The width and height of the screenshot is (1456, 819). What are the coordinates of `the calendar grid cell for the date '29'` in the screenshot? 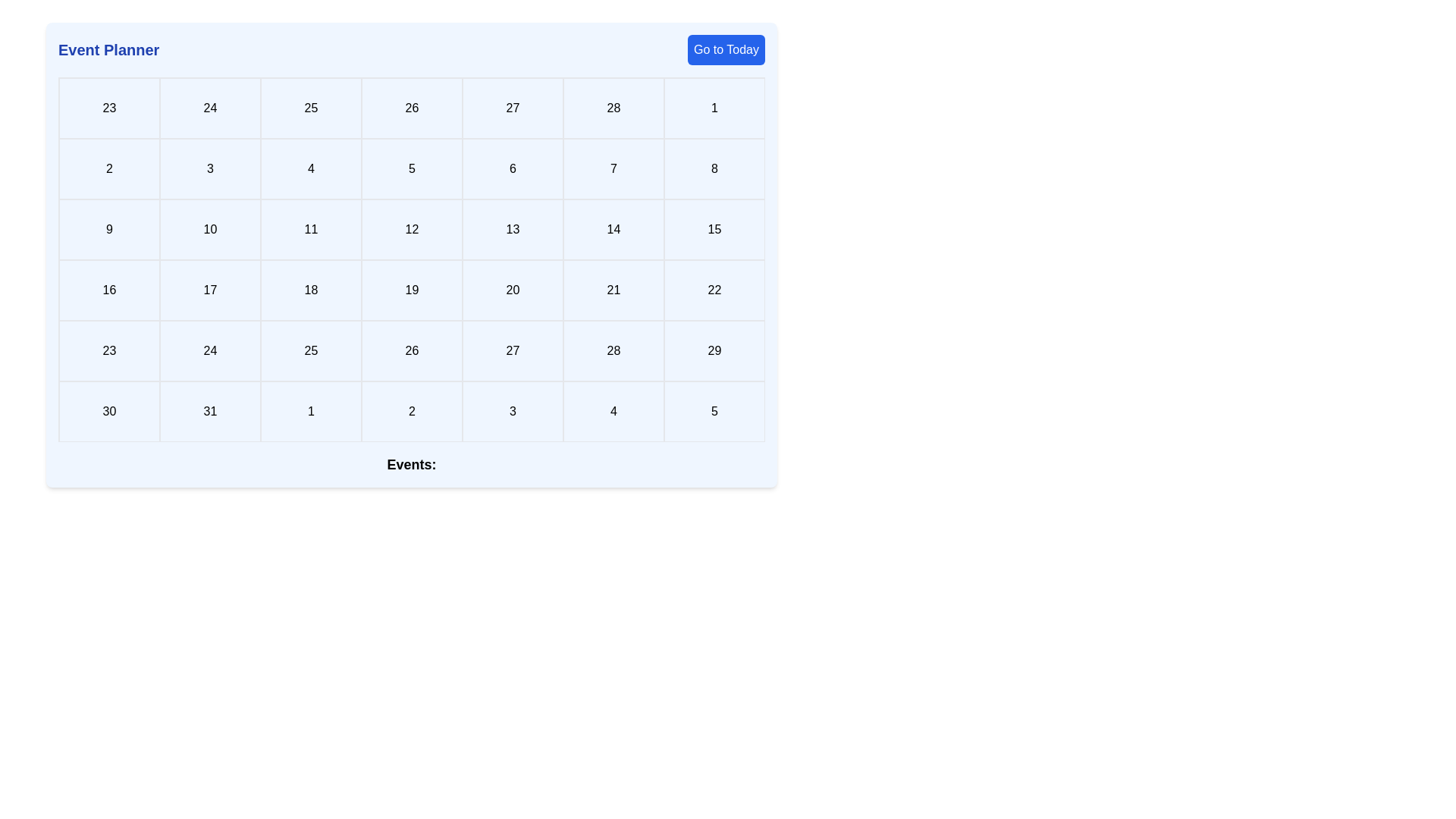 It's located at (714, 350).